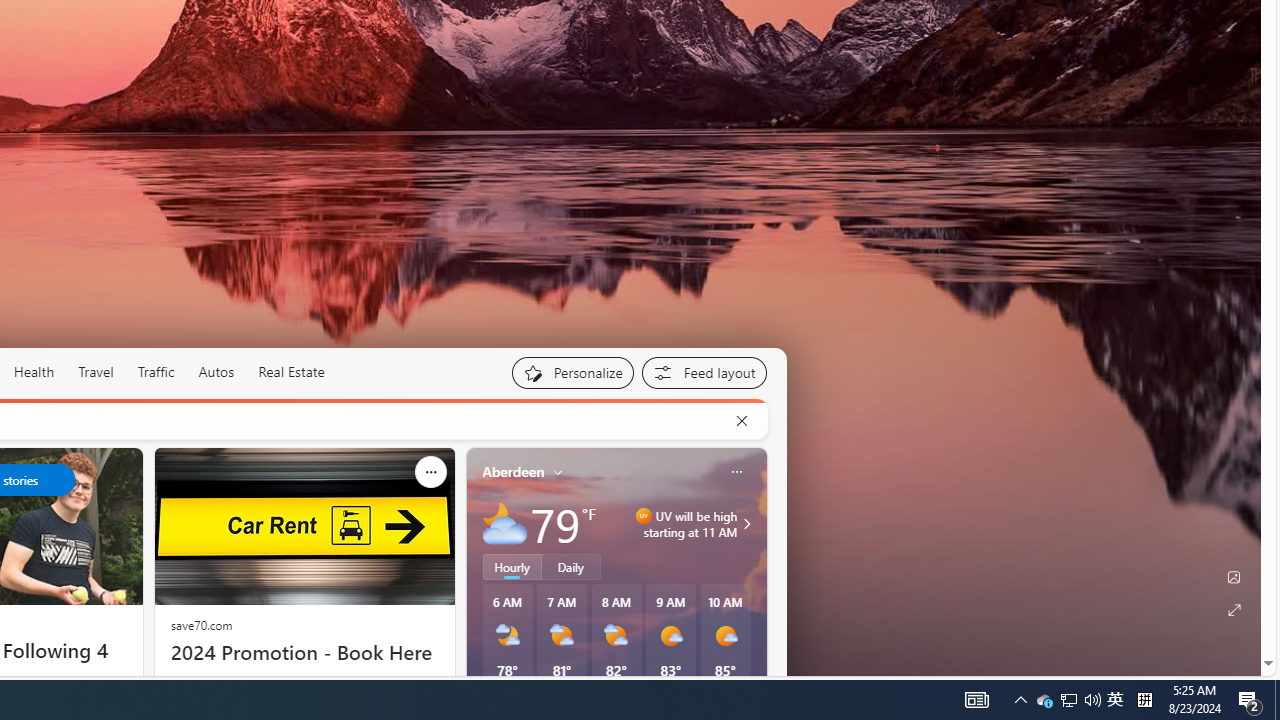 The image size is (1280, 720). I want to click on 'Travel', so click(95, 371).